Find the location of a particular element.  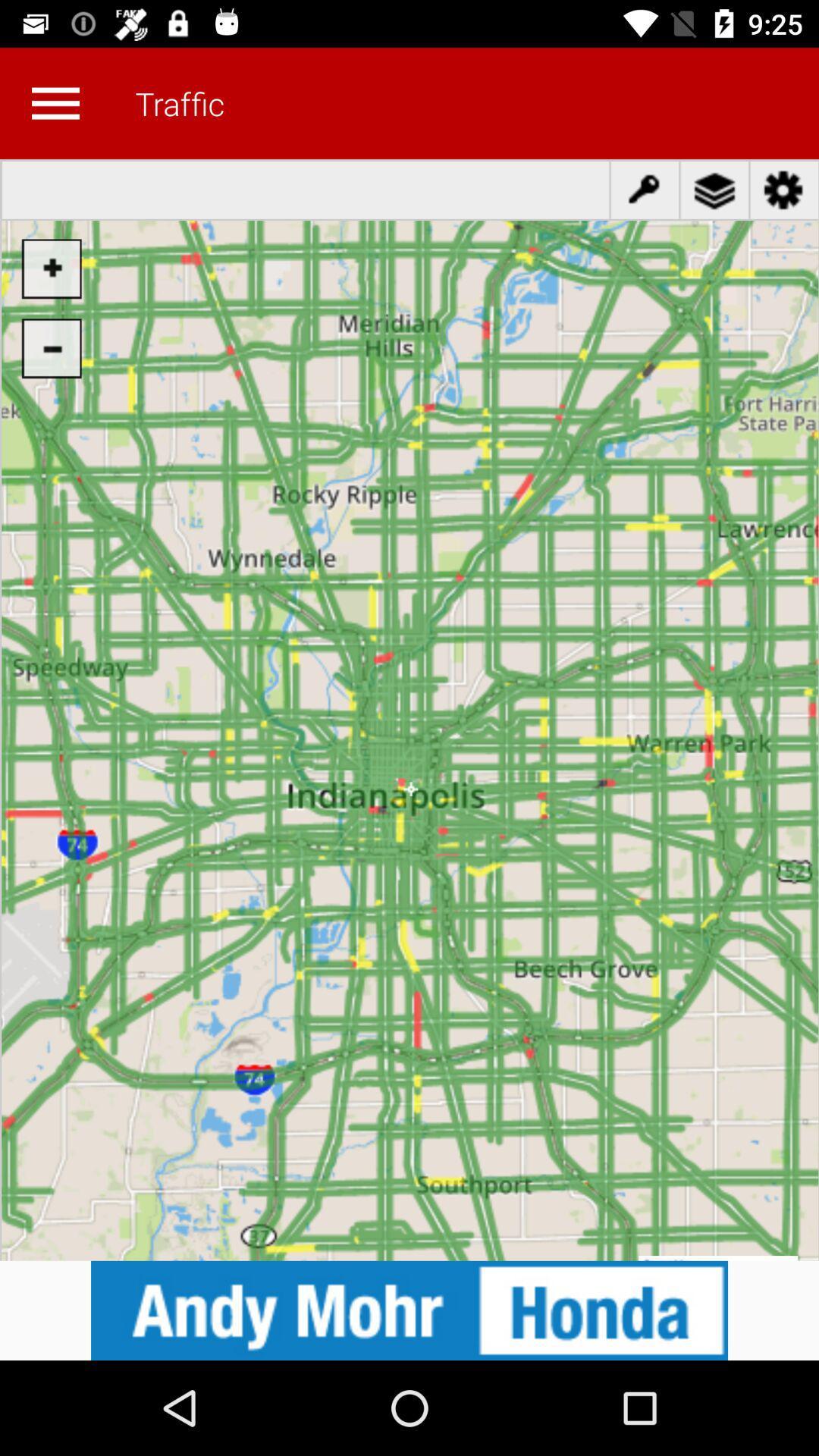

menu is located at coordinates (55, 102).